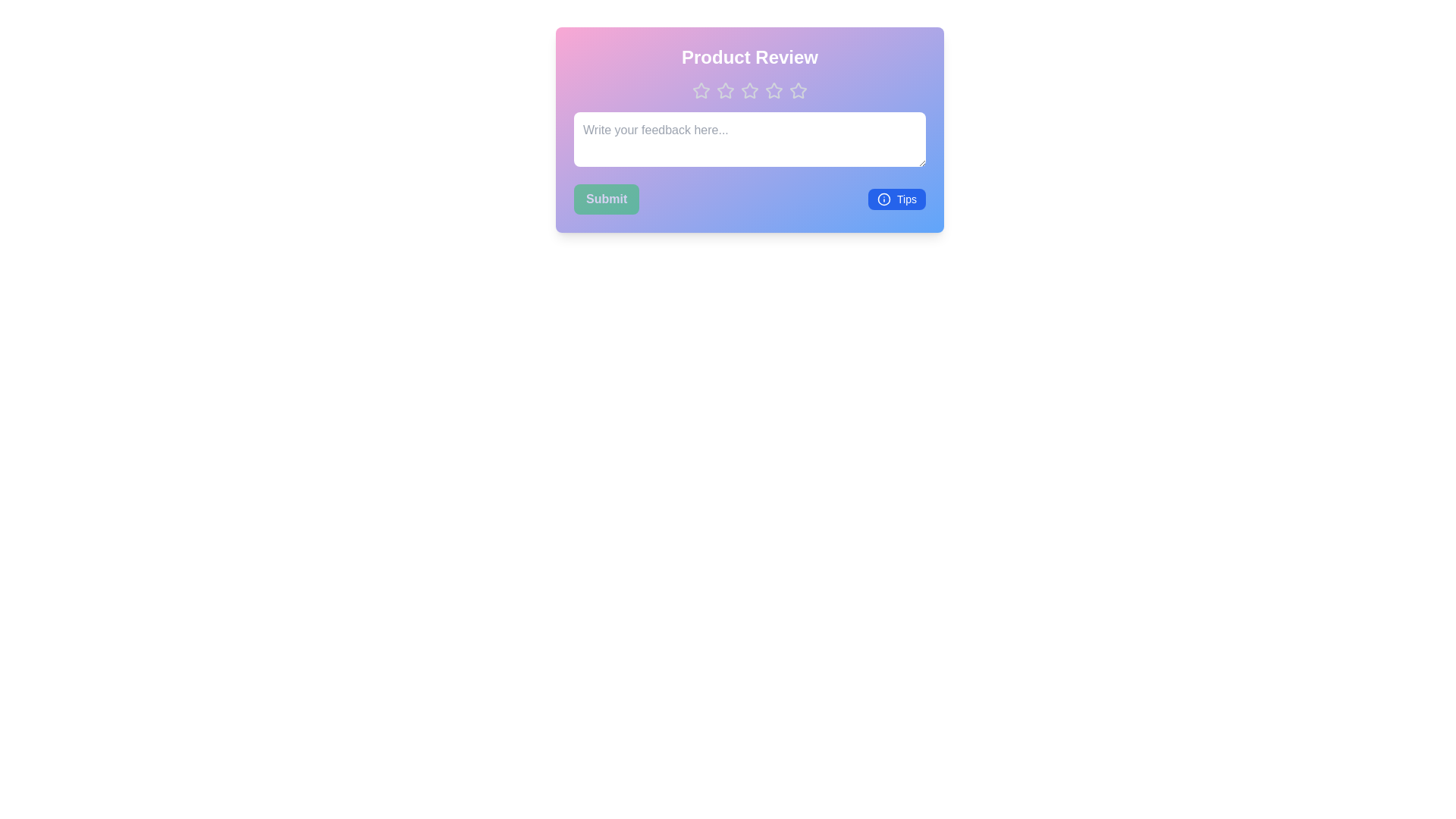 Image resolution: width=1456 pixels, height=819 pixels. Describe the element at coordinates (749, 140) in the screenshot. I see `the text area and type the feedback text` at that location.